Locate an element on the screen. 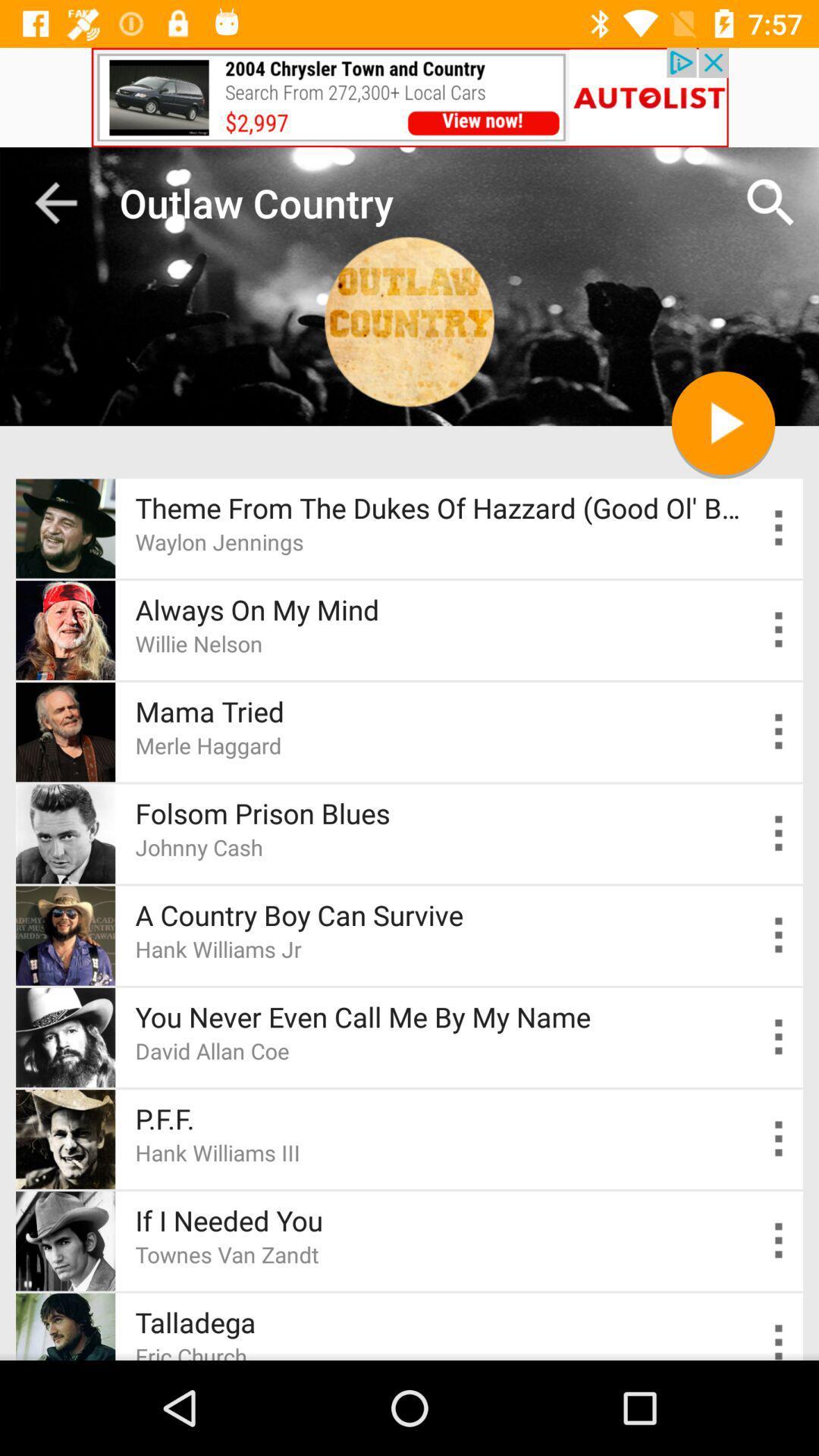 The width and height of the screenshot is (819, 1456). options of p.f.f is located at coordinates (779, 1139).